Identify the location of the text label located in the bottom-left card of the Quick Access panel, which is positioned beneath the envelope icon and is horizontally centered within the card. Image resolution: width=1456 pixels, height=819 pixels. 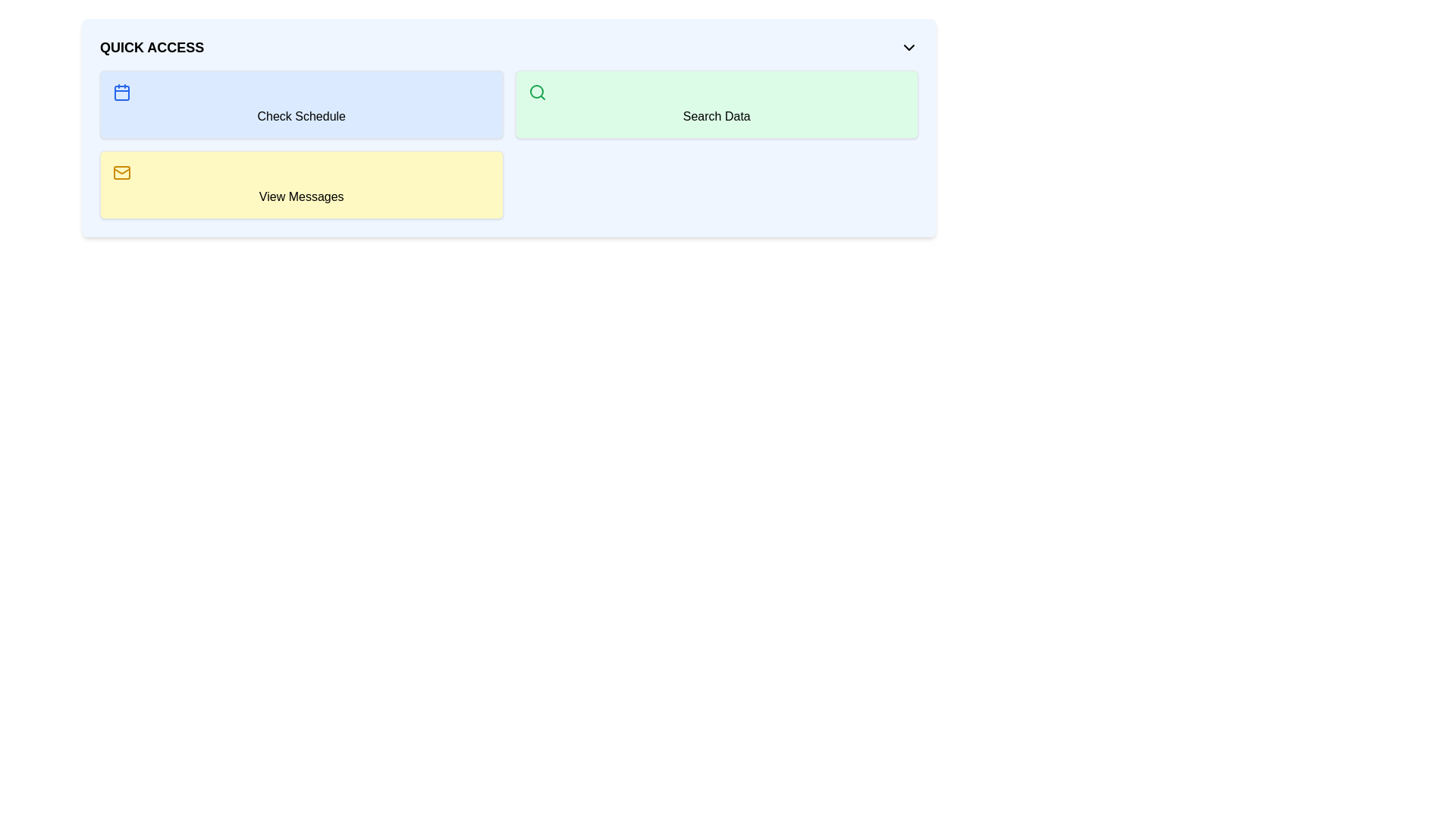
(301, 196).